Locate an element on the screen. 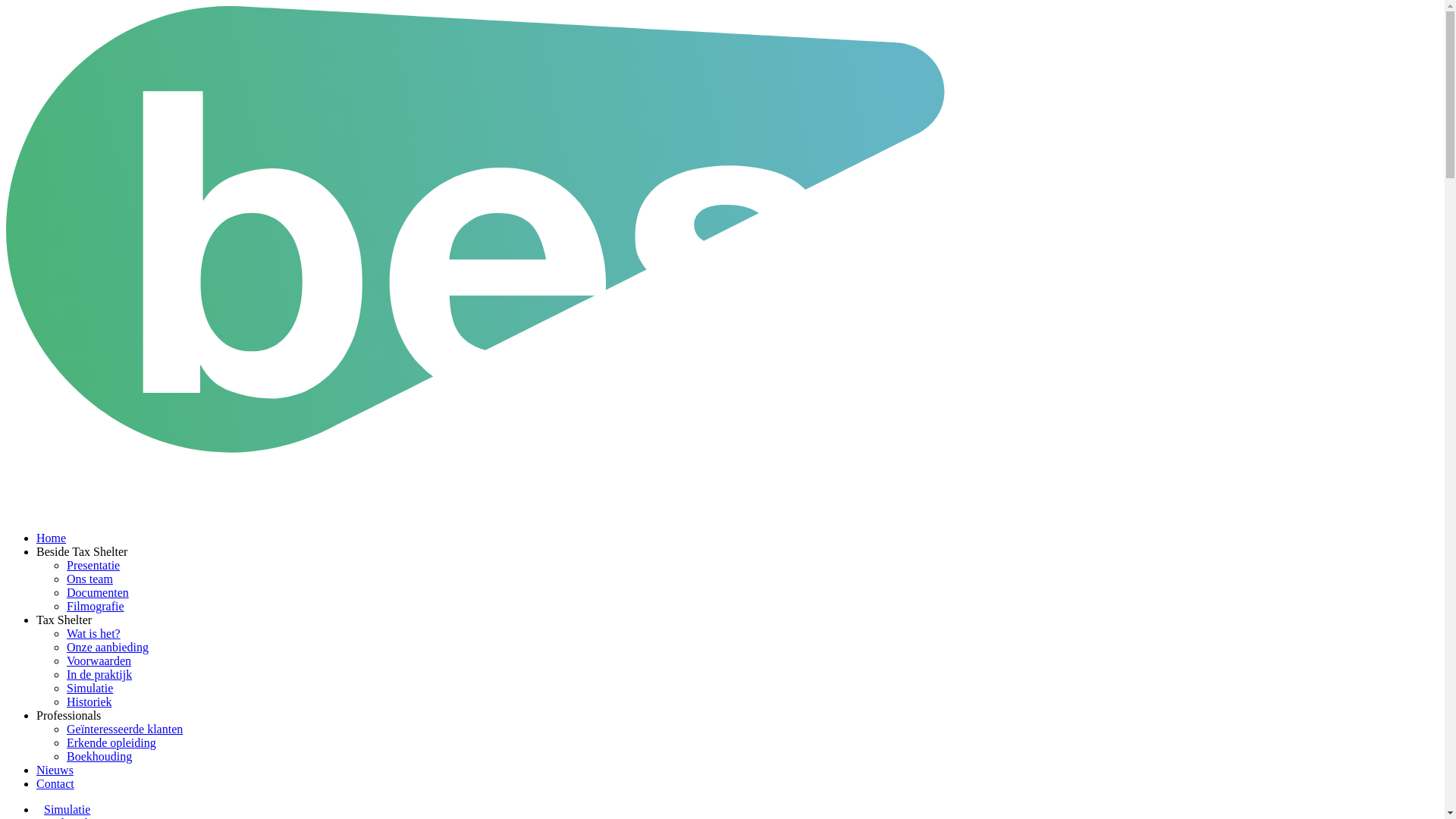  'Voorwaarden' is located at coordinates (98, 660).